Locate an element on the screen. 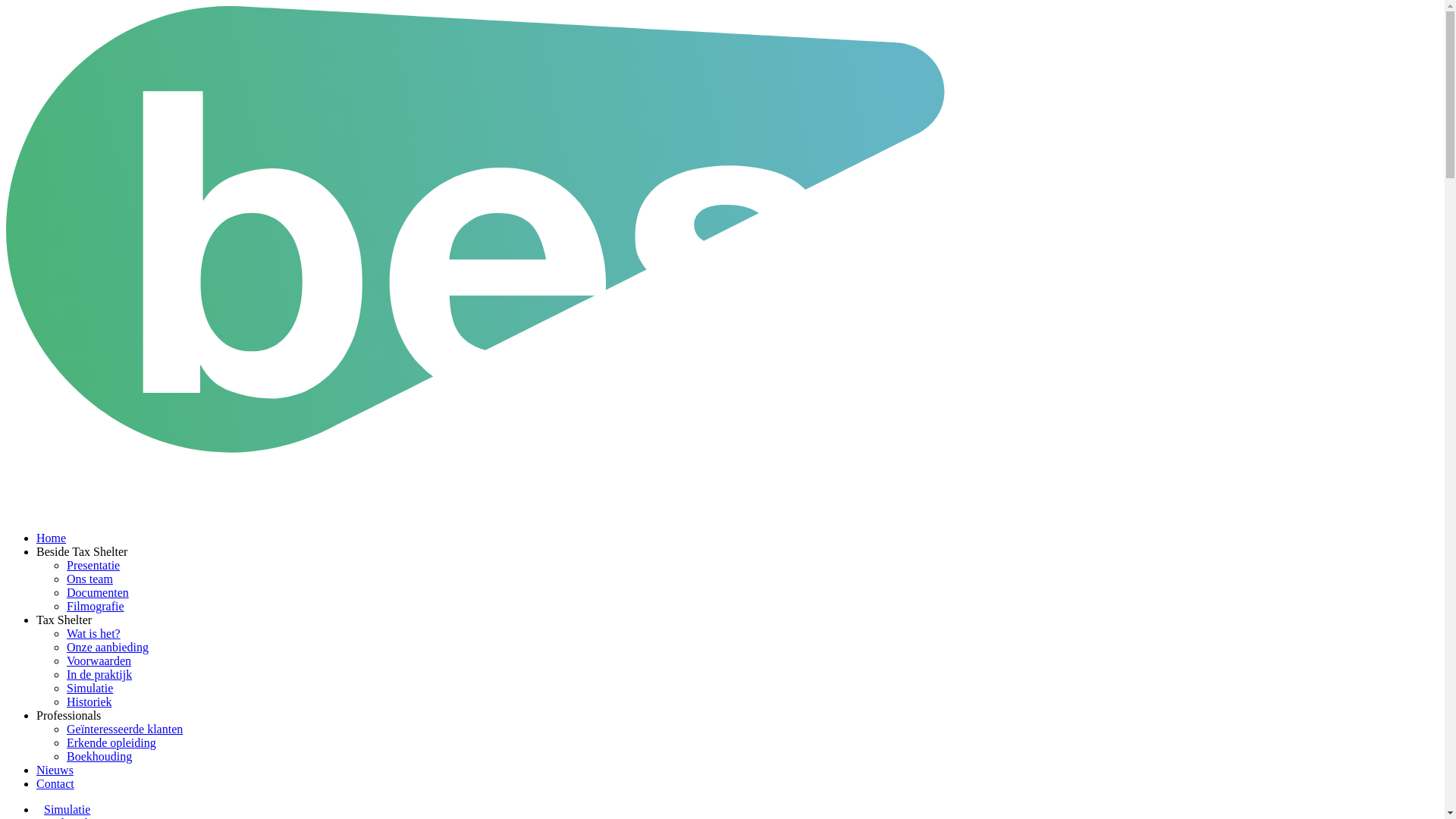  'Voorwaarden' is located at coordinates (98, 660).